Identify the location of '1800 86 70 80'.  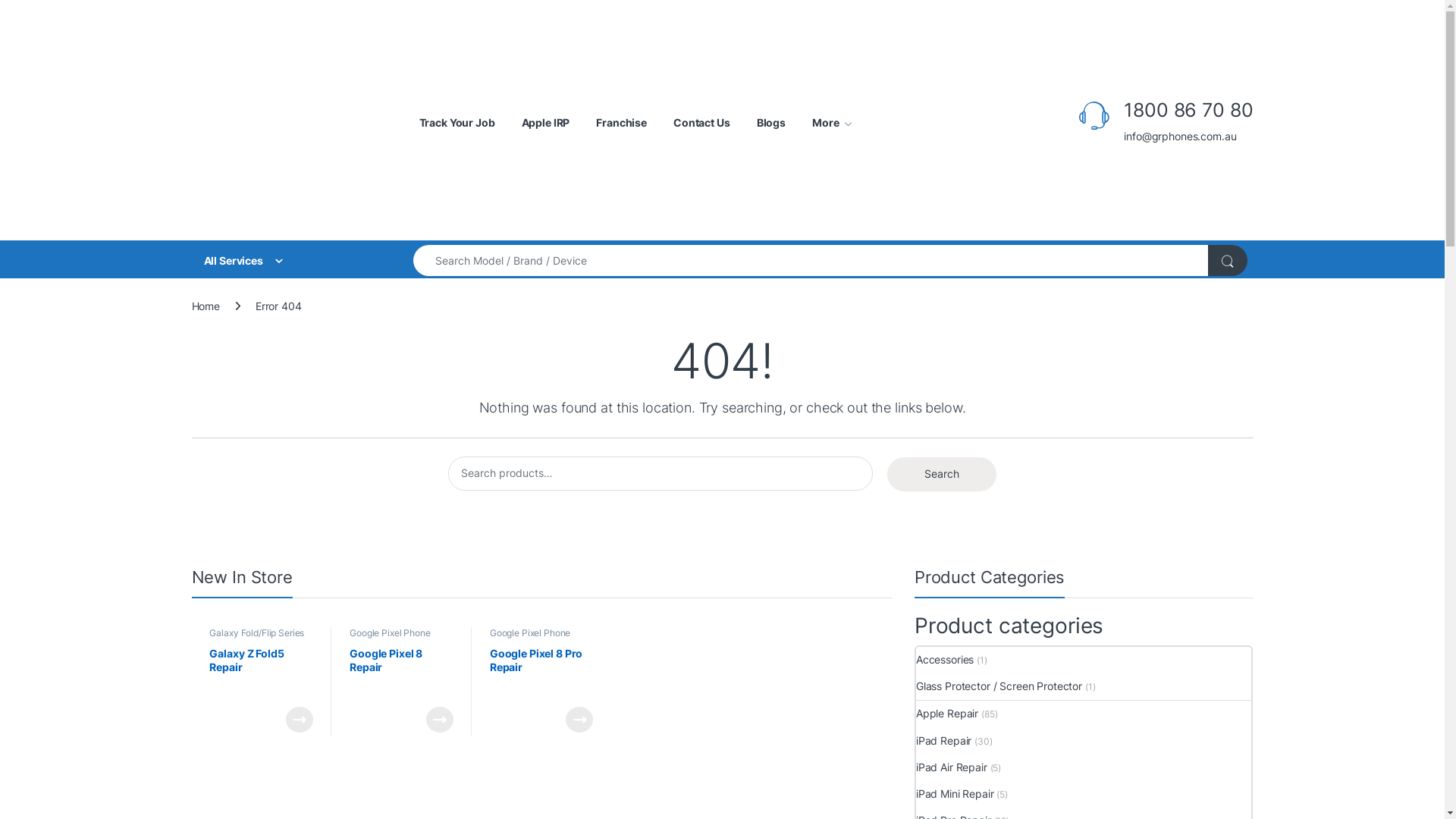
(1187, 109).